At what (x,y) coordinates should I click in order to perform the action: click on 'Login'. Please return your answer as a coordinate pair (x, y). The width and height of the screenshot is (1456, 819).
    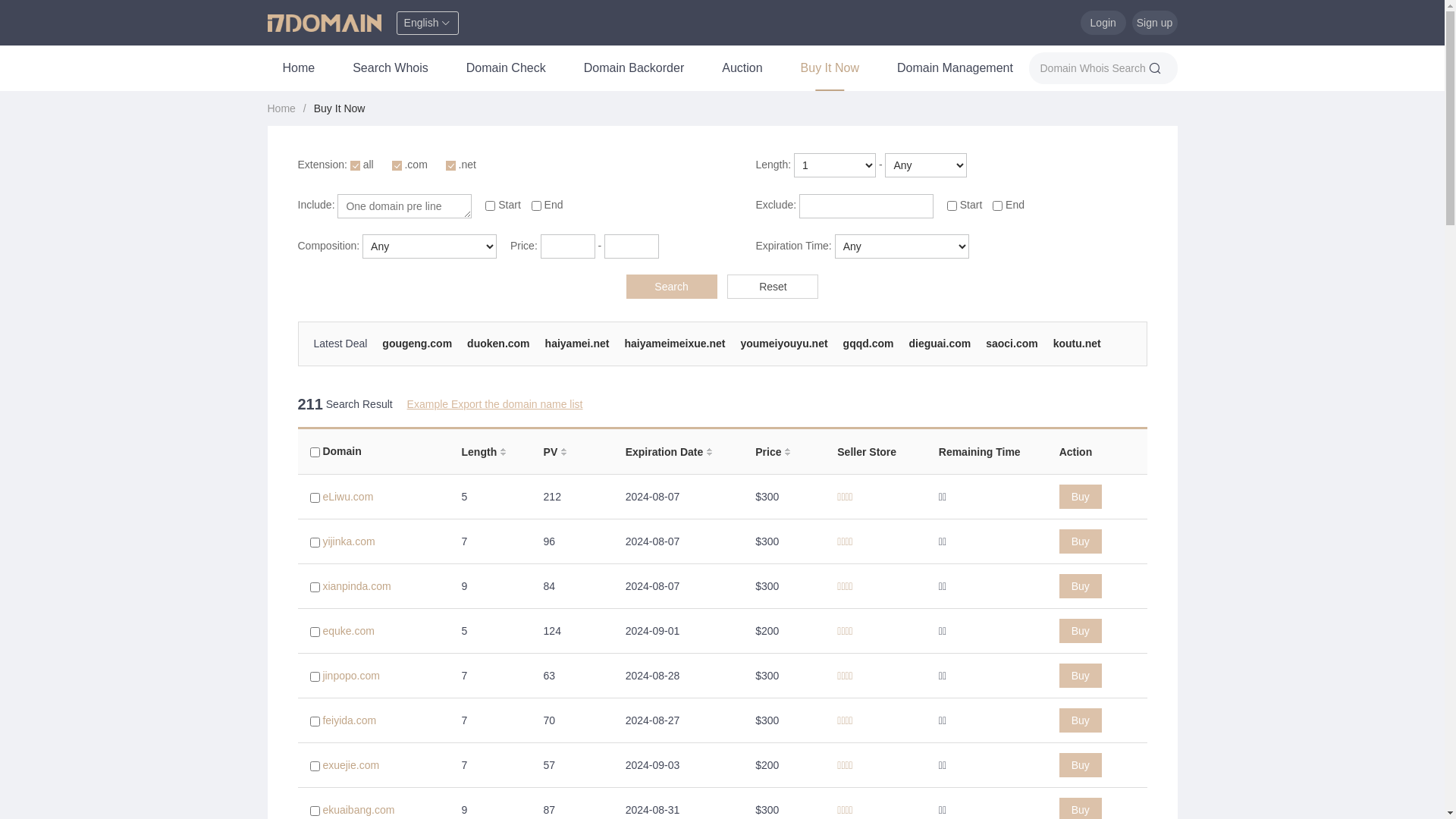
    Looking at the image, I should click on (1103, 23).